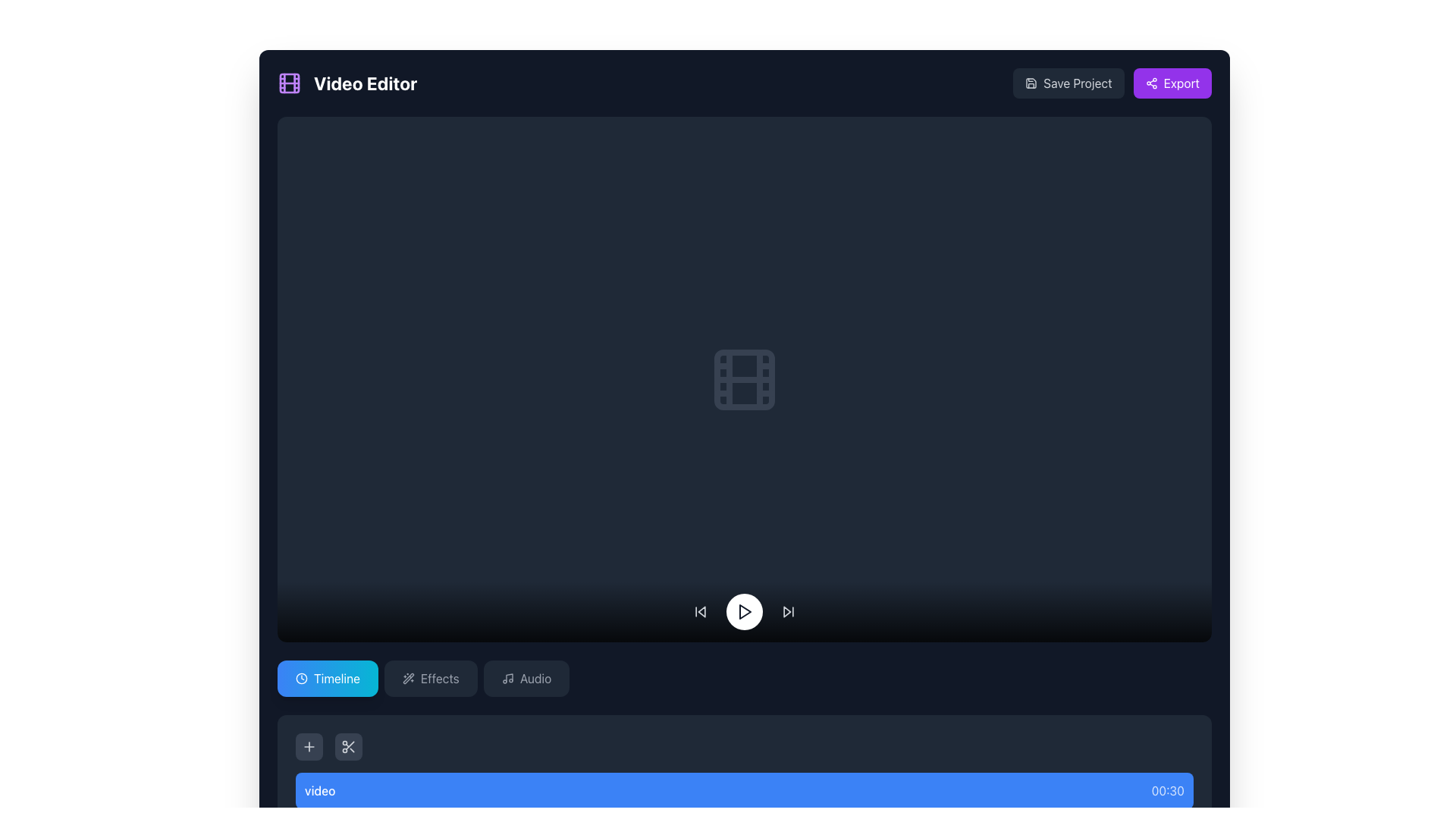 The height and width of the screenshot is (819, 1456). Describe the element at coordinates (408, 677) in the screenshot. I see `the wand icon with sparkles located within the 'Effects' button on the horizontal navigation bar under the video editor interface` at that location.